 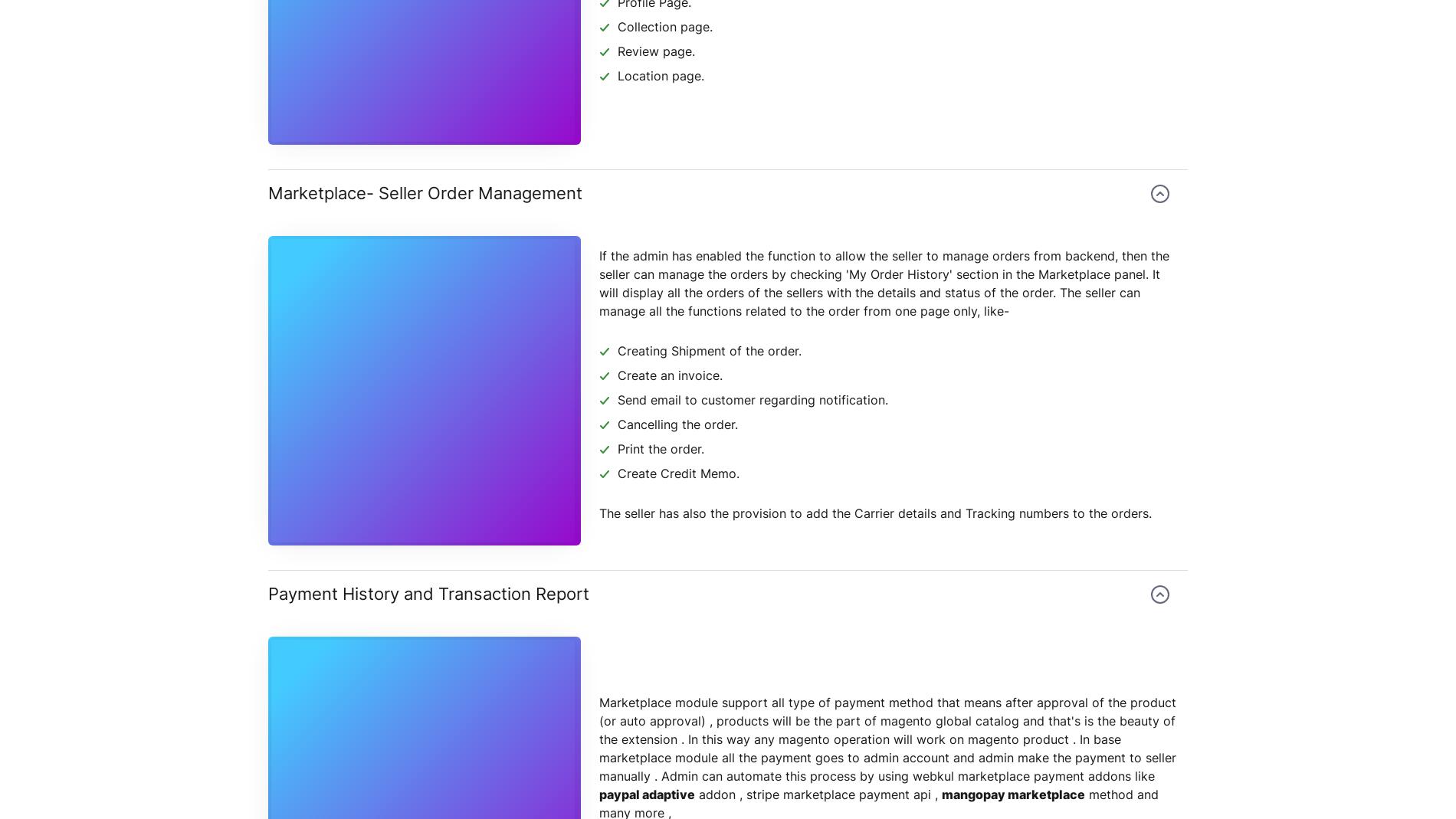 I want to click on 'The seller has also the provision to add the Carrier details and Tracking numbers to the orders.', so click(x=875, y=513).